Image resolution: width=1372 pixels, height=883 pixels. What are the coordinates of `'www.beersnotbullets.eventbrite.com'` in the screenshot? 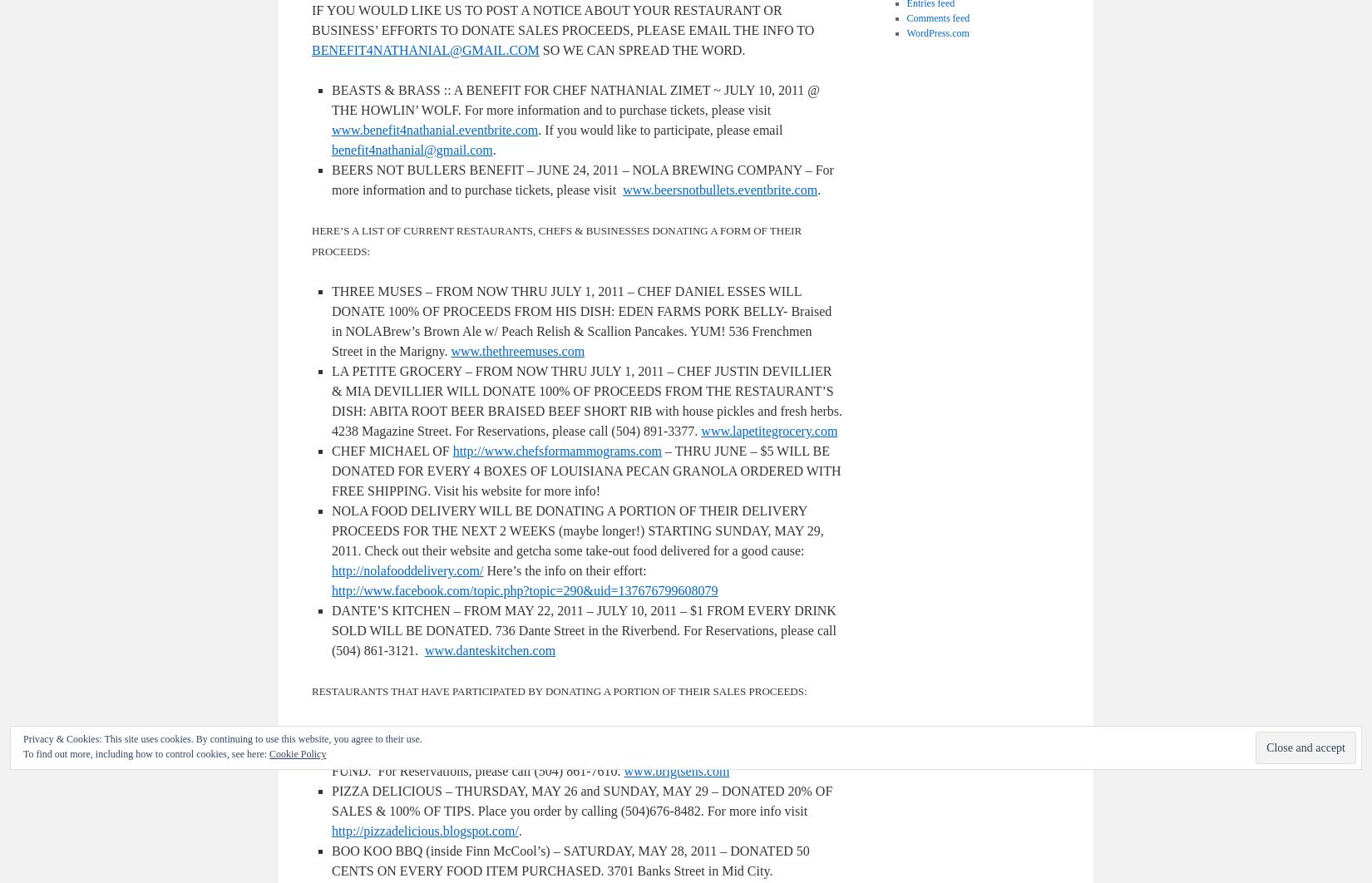 It's located at (719, 190).